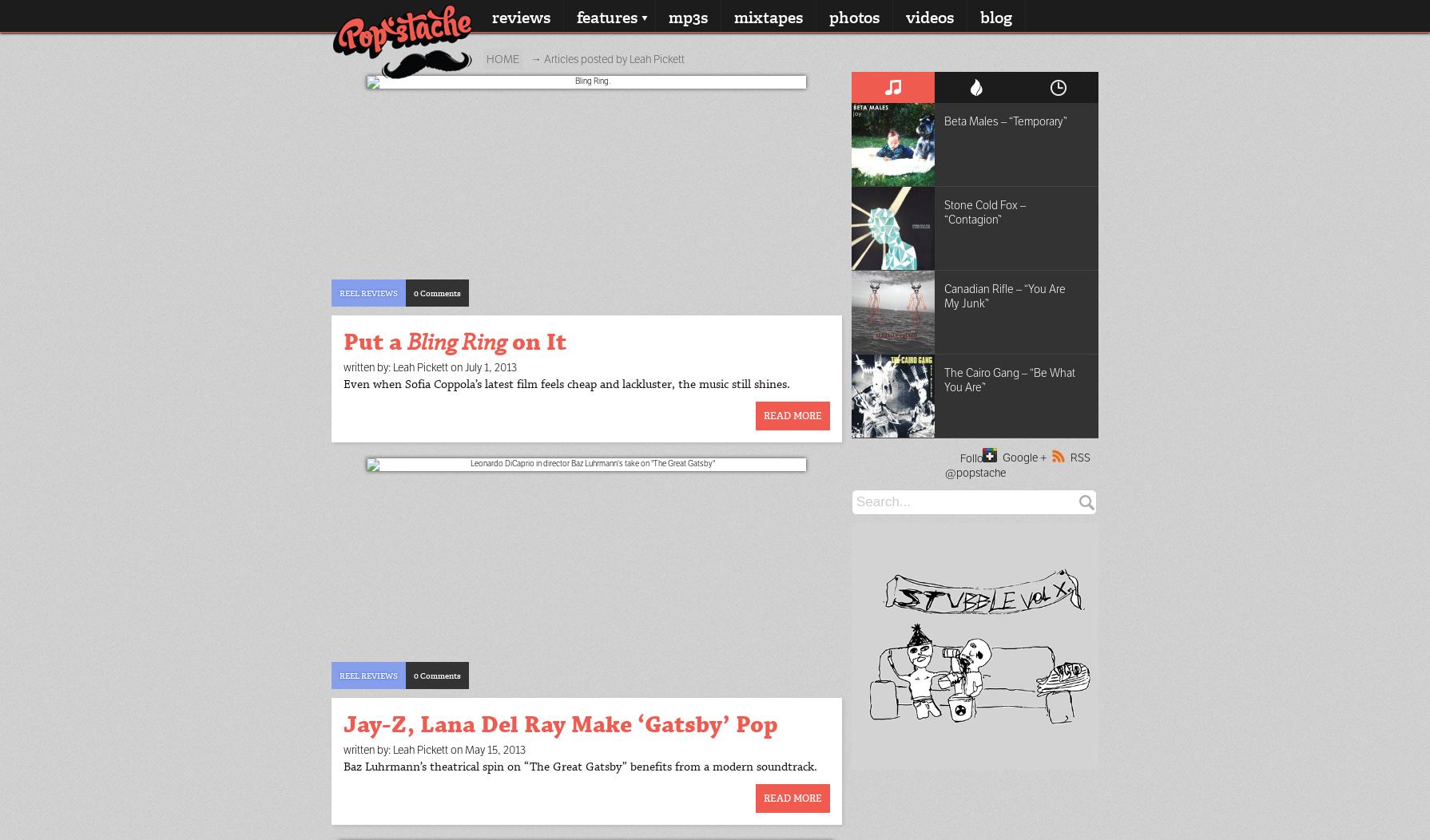  What do you see at coordinates (560, 724) in the screenshot?
I see `'Jay-Z, Lana Del Ray Make ‘Gatsby’ Pop'` at bounding box center [560, 724].